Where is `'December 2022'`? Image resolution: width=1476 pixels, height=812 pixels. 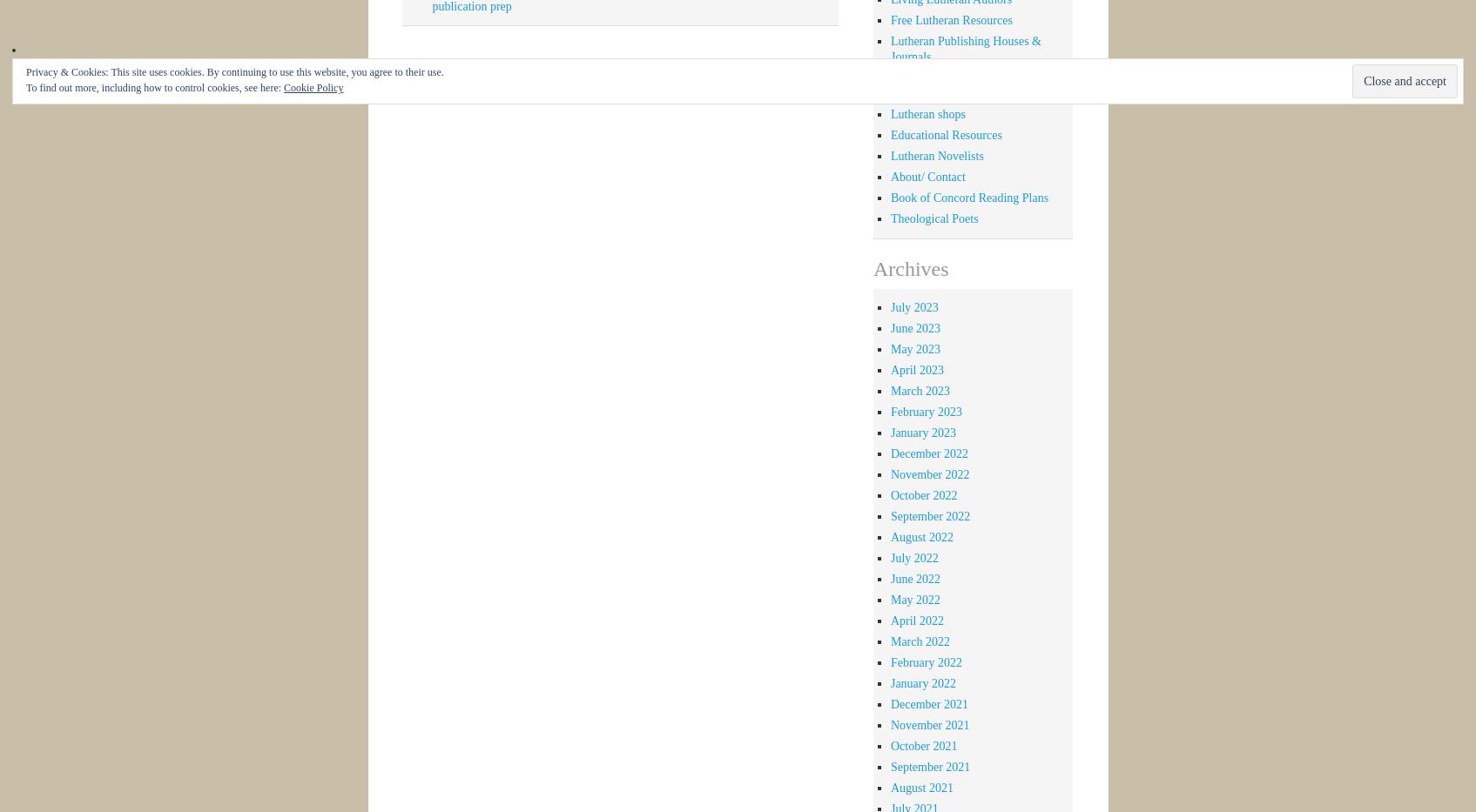
'December 2022' is located at coordinates (928, 452).